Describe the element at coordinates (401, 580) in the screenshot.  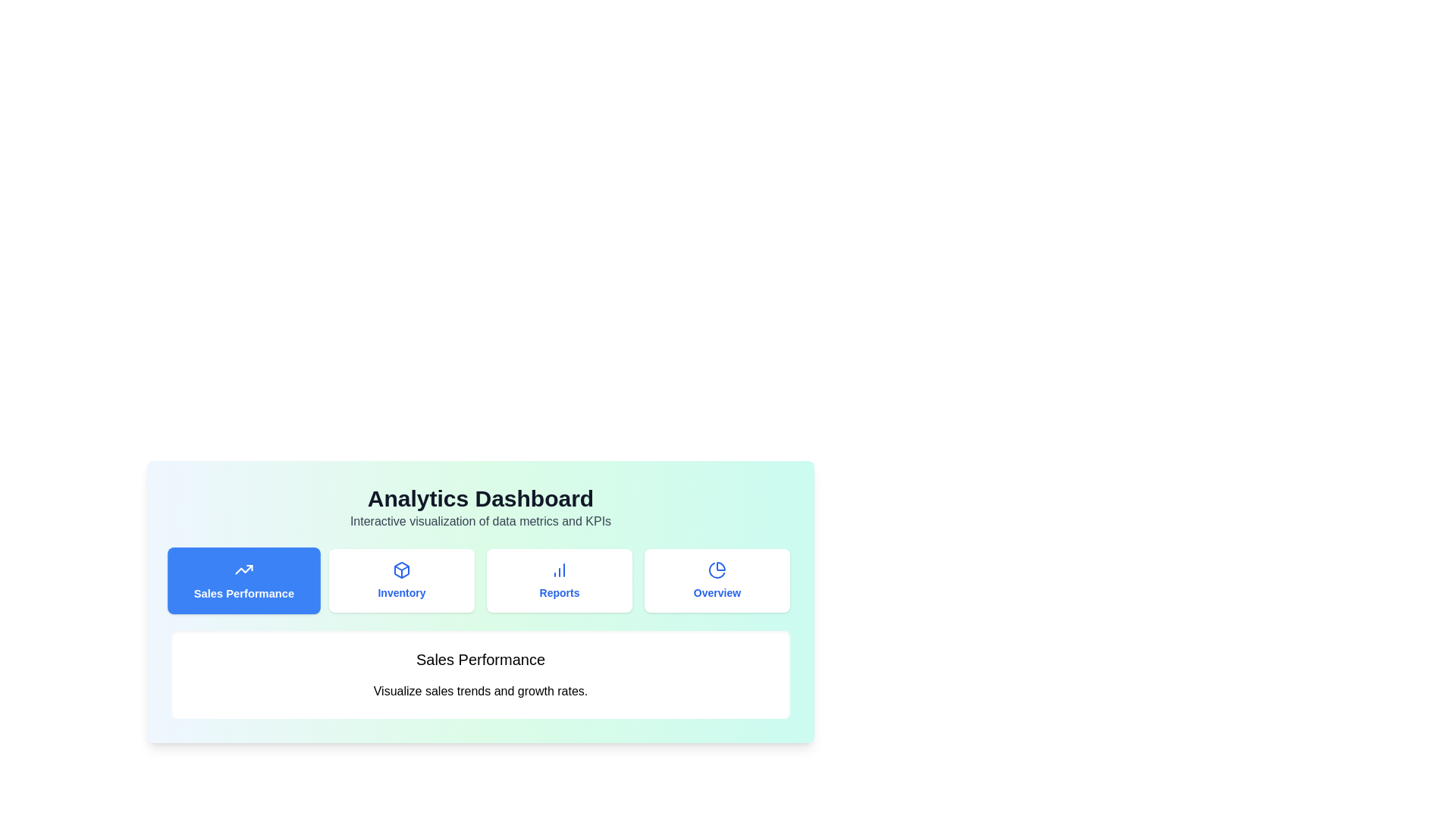
I see `the tab labeled Inventory` at that location.